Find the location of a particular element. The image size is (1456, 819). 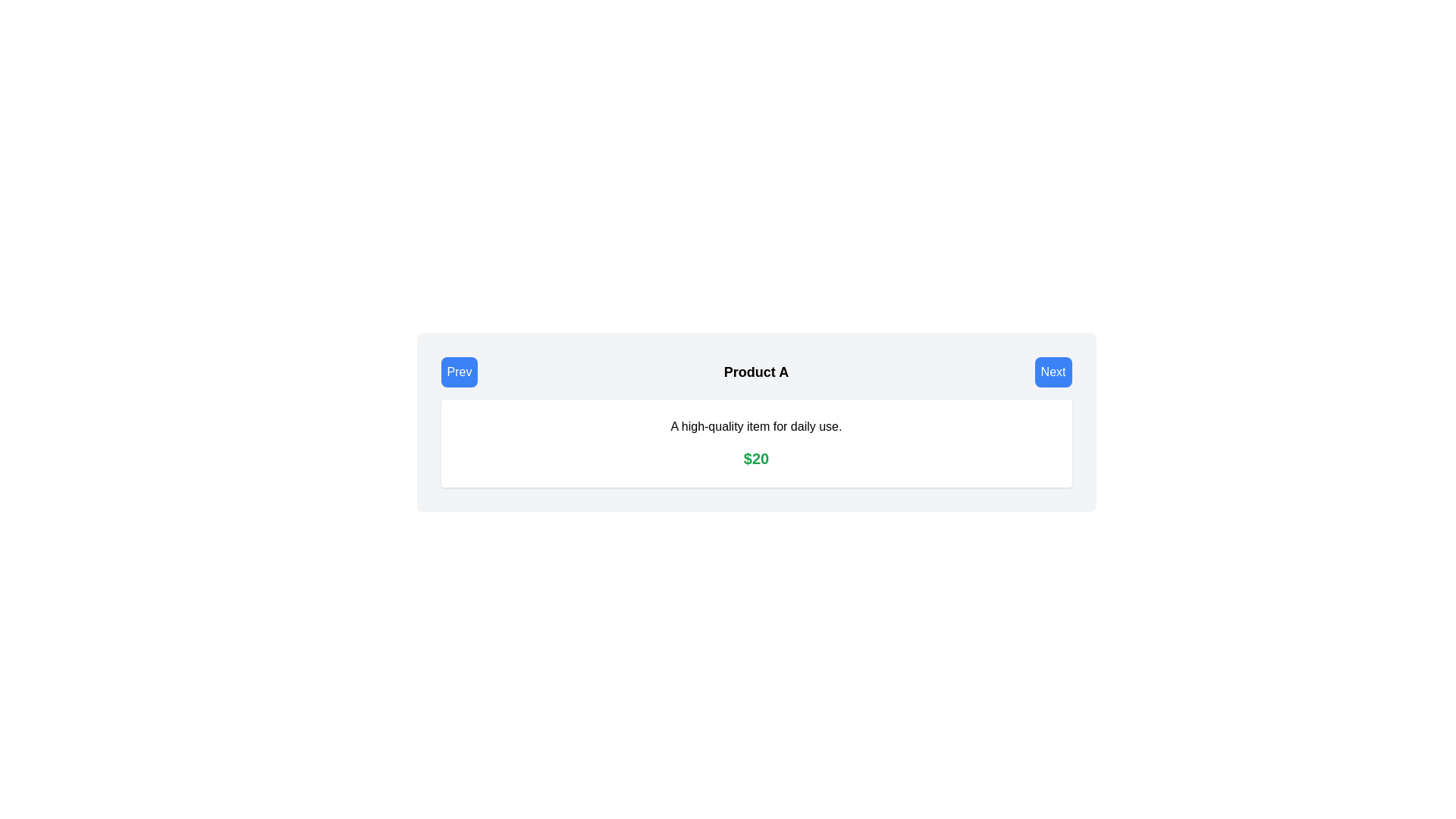

the product name label located between the 'Prev' and 'Next' buttons in the navigation section is located at coordinates (756, 372).